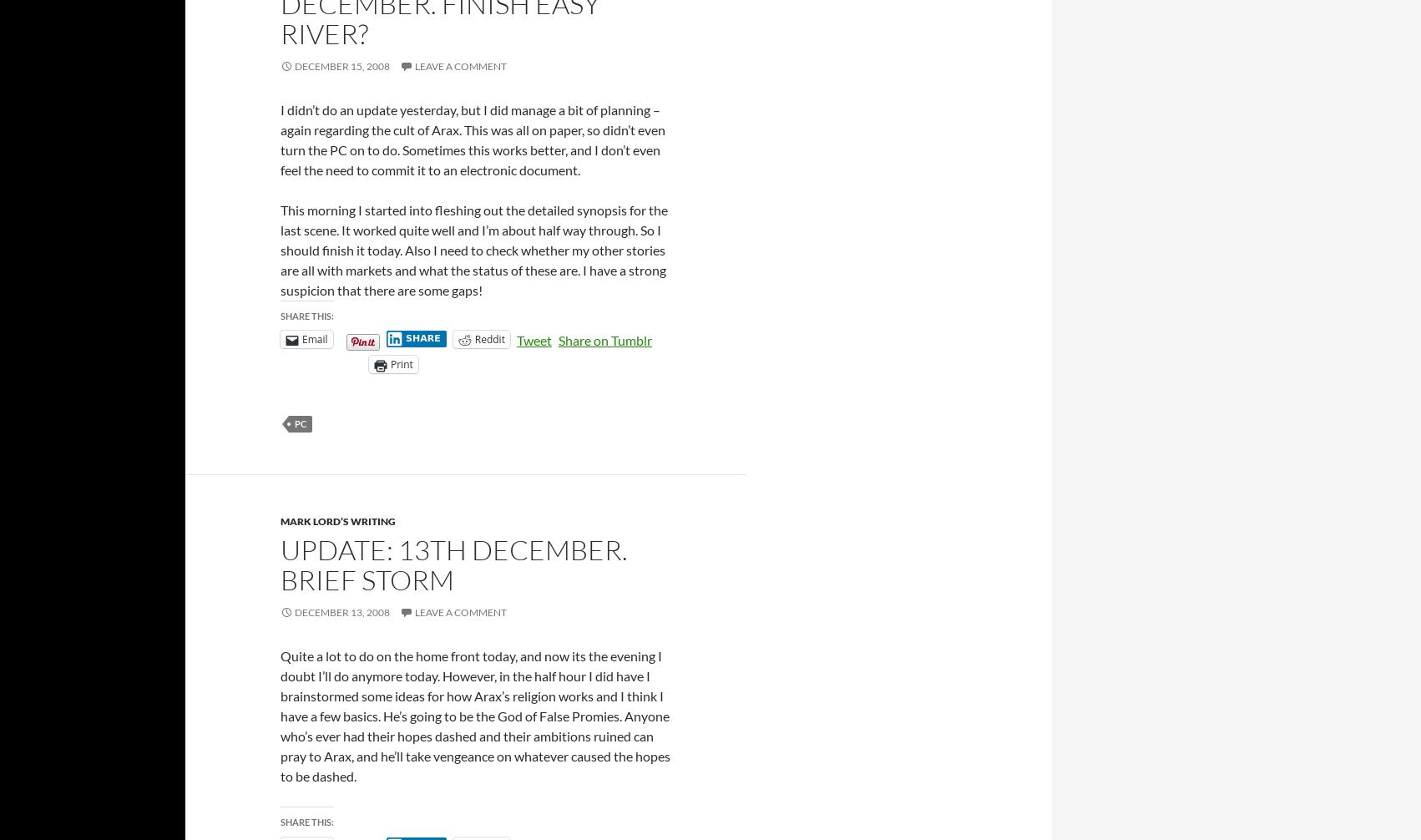 Image resolution: width=1421 pixels, height=840 pixels. I want to click on 'Print', so click(400, 363).